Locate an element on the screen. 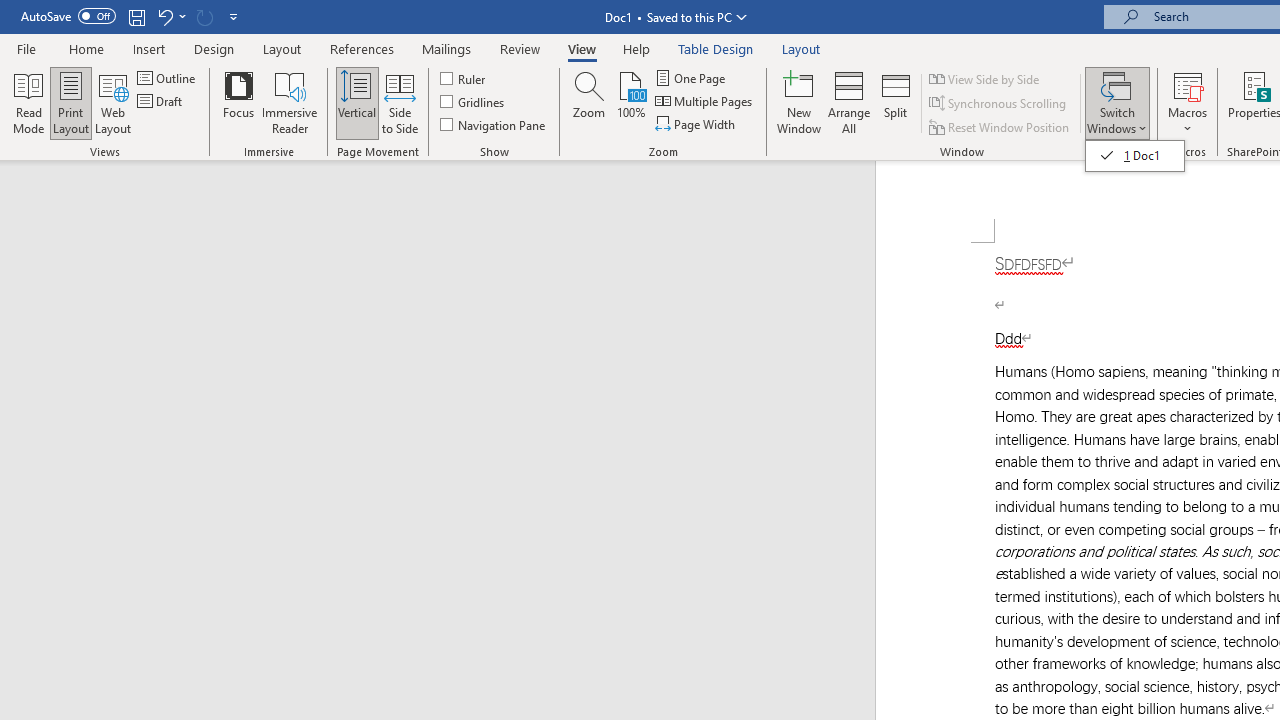  'View Side by Side' is located at coordinates (985, 78).